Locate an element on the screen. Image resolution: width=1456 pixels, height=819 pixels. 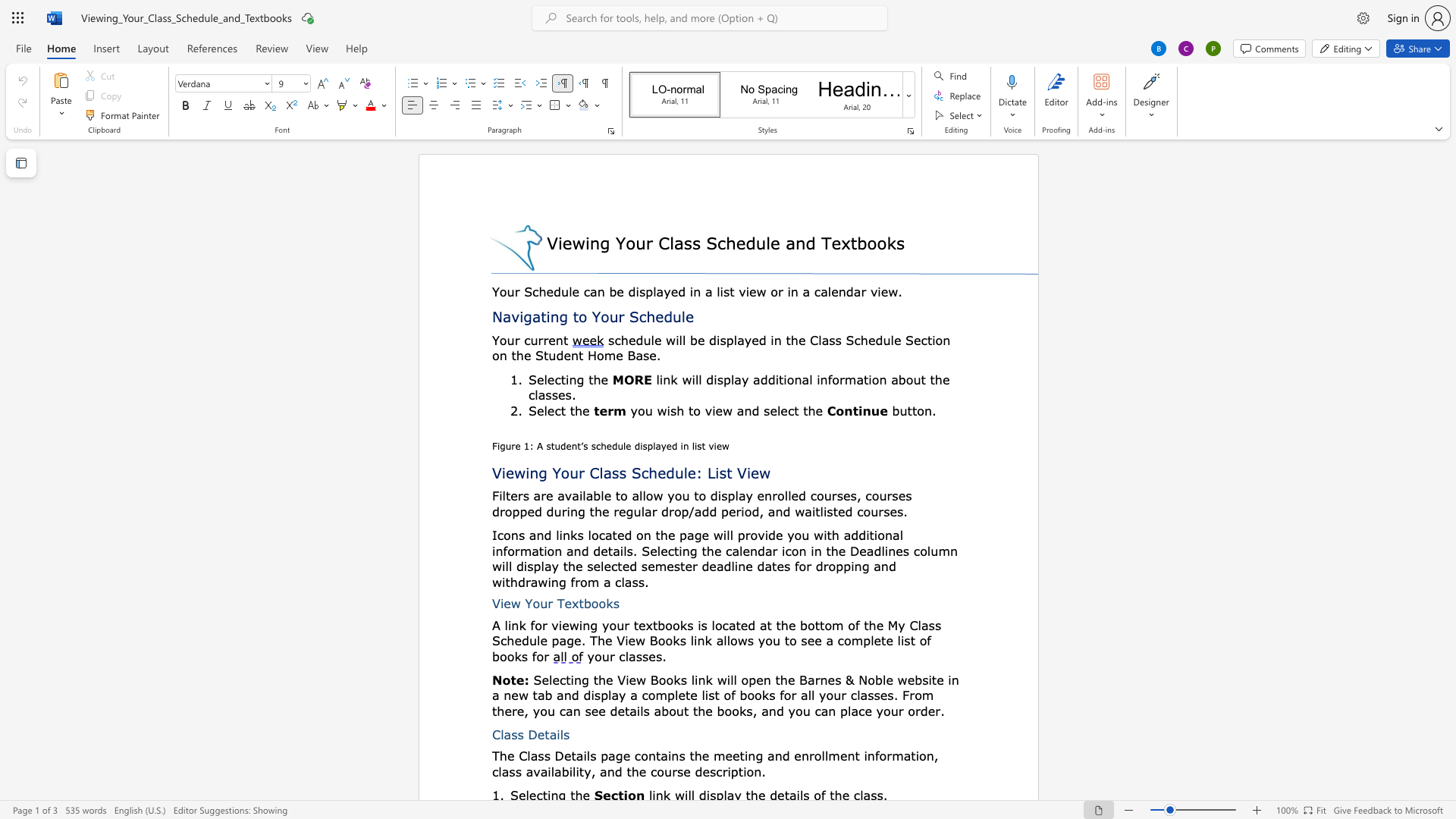
the 7th character "s" in the text is located at coordinates (787, 566).